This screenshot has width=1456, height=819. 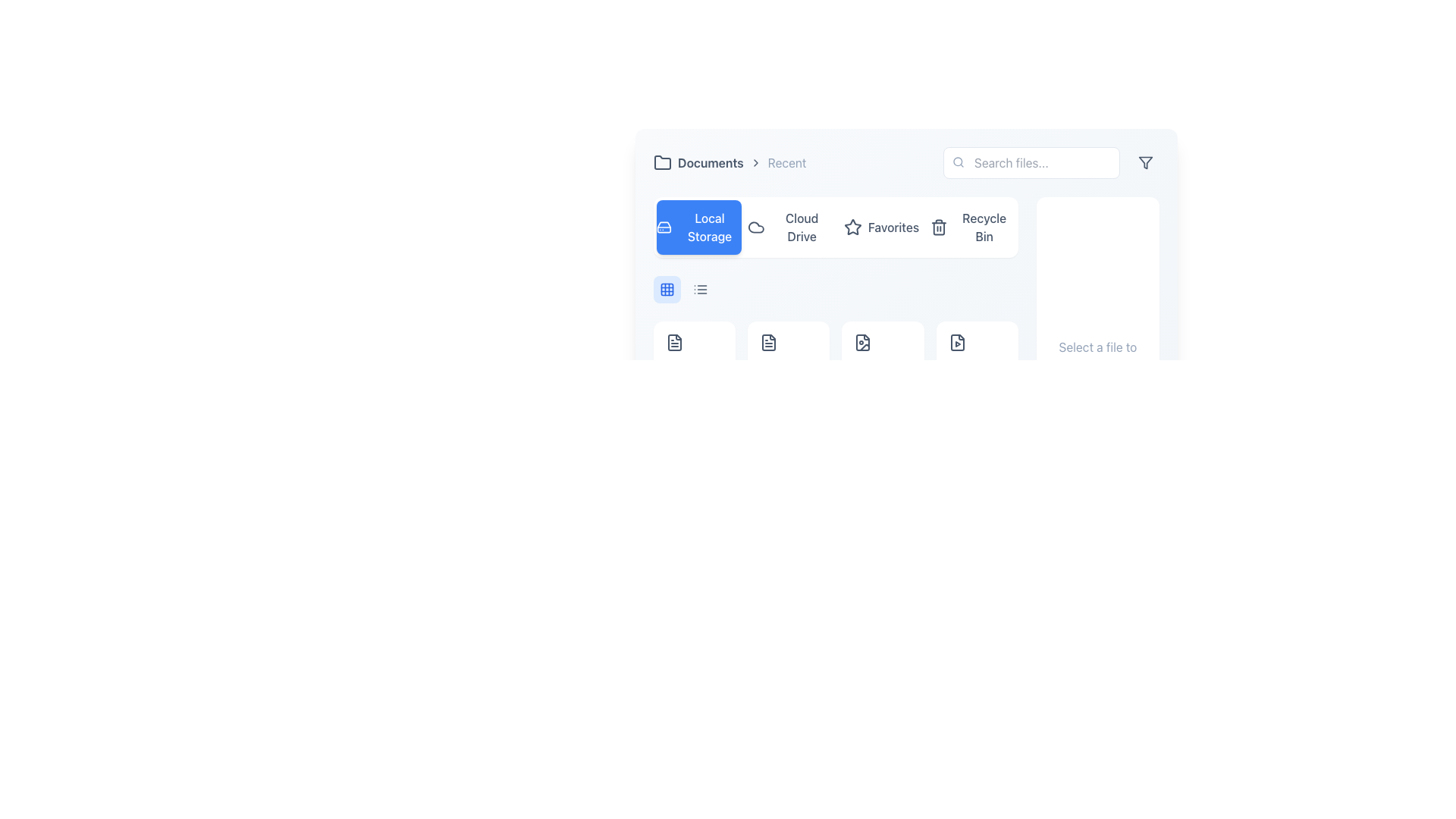 What do you see at coordinates (1146, 163) in the screenshot?
I see `on the filter icon, which is a small funnel-shaped icon located in the top-right corner of the toolbar, adjacent` at bounding box center [1146, 163].